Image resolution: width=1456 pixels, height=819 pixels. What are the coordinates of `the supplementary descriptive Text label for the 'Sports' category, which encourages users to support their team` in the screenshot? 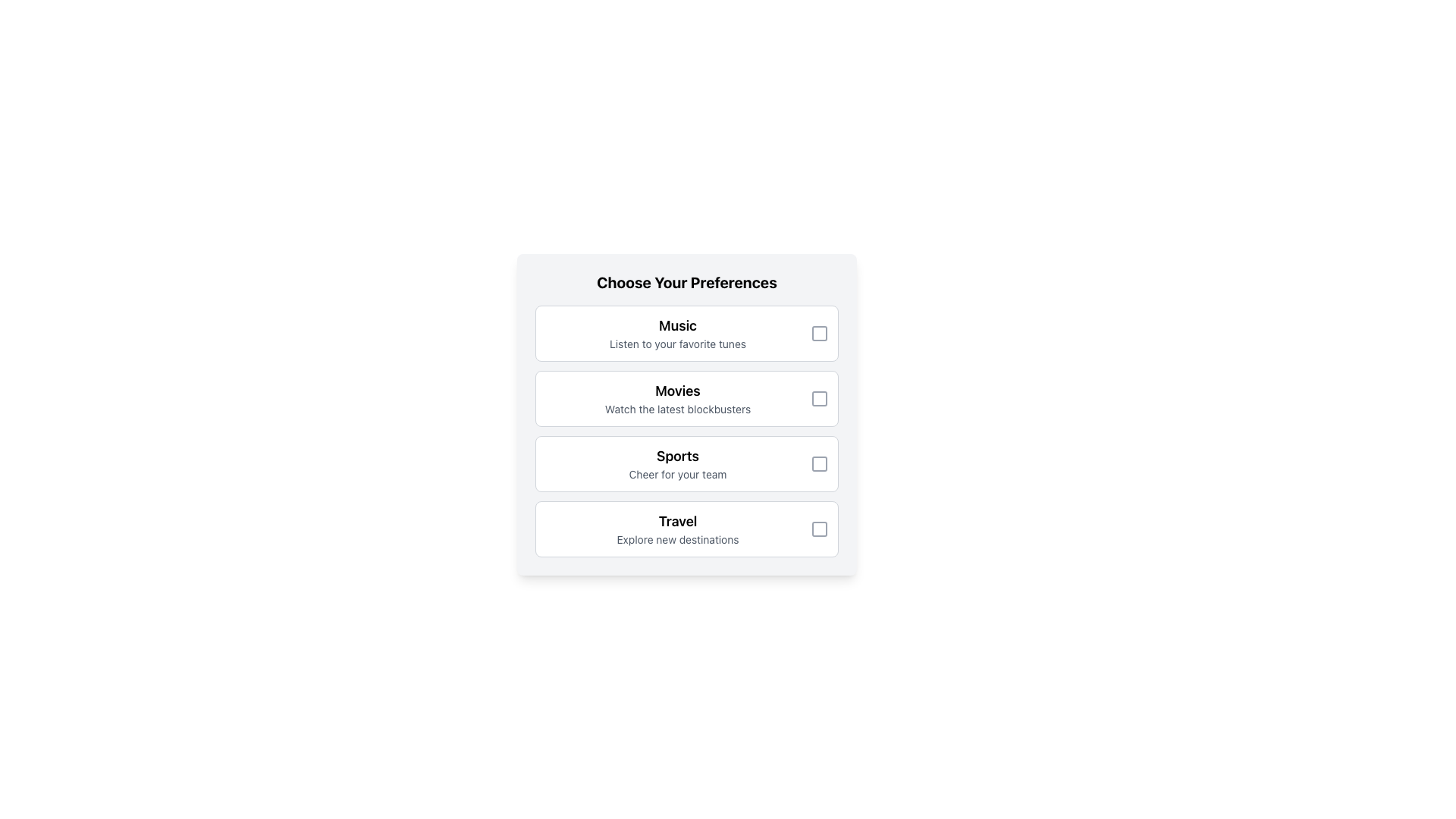 It's located at (676, 473).